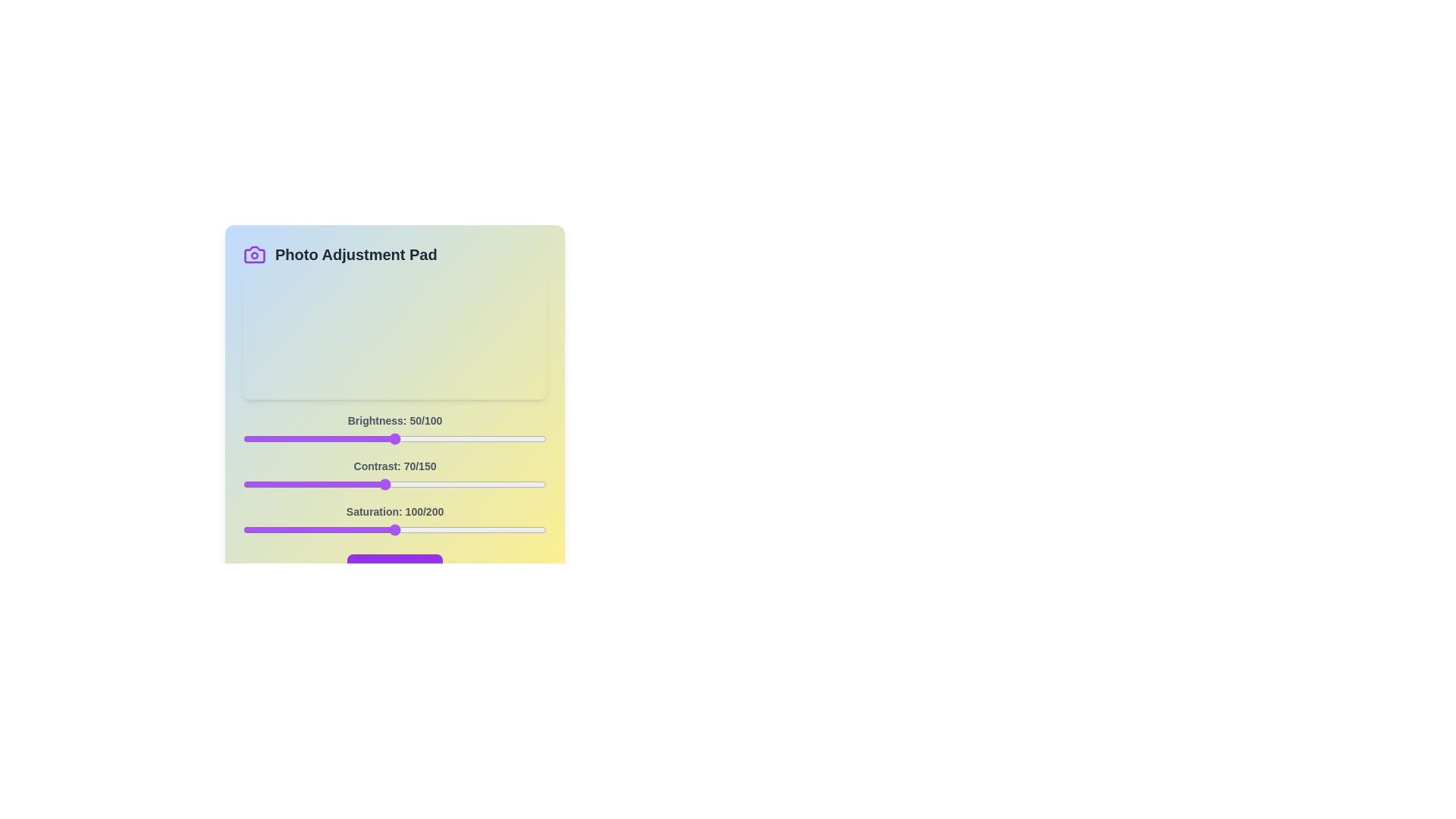 The image size is (1456, 819). What do you see at coordinates (510, 438) in the screenshot?
I see `the 0 slider to 88` at bounding box center [510, 438].